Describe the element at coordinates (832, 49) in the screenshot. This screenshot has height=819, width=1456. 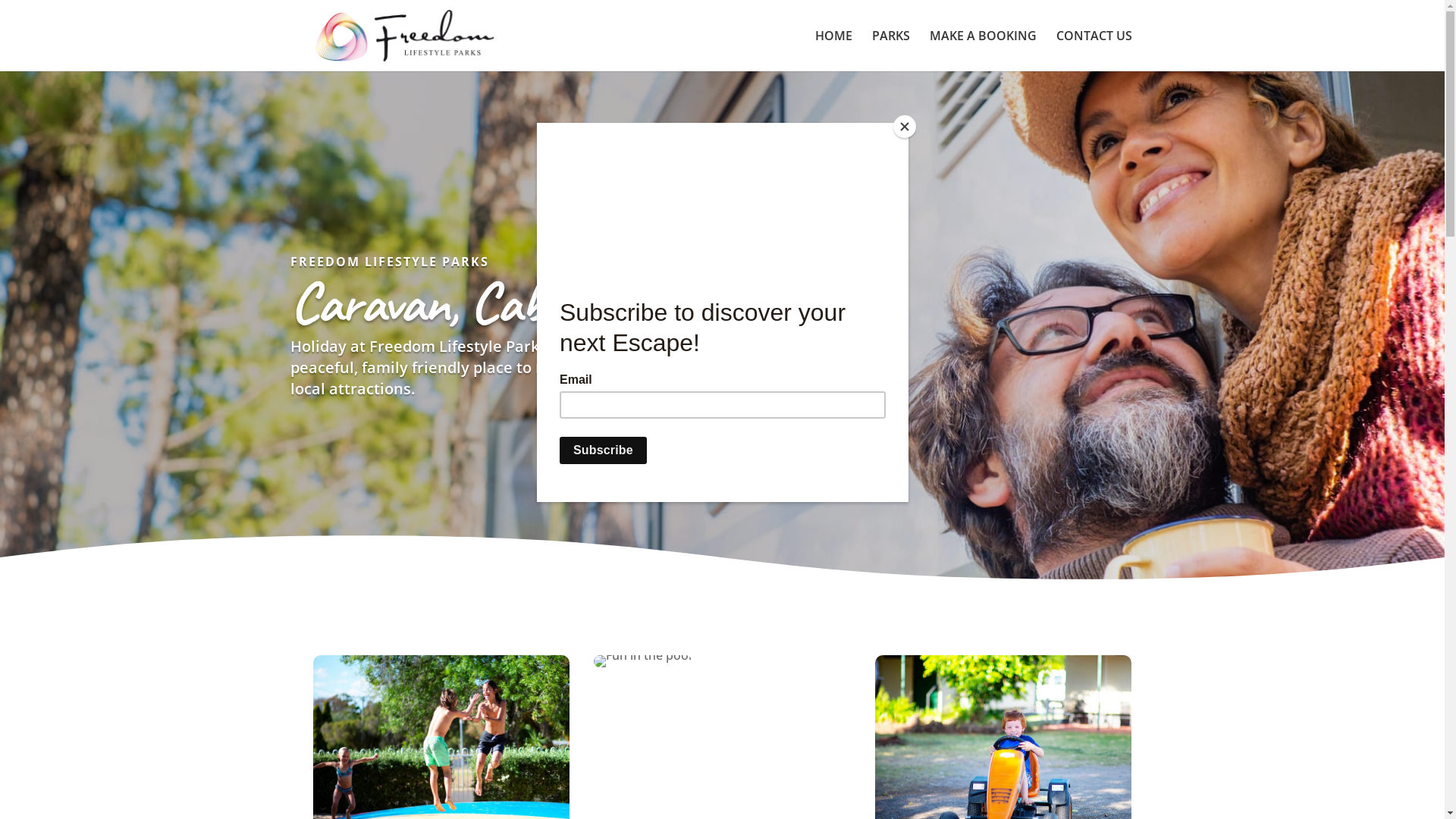
I see `'HOME'` at that location.